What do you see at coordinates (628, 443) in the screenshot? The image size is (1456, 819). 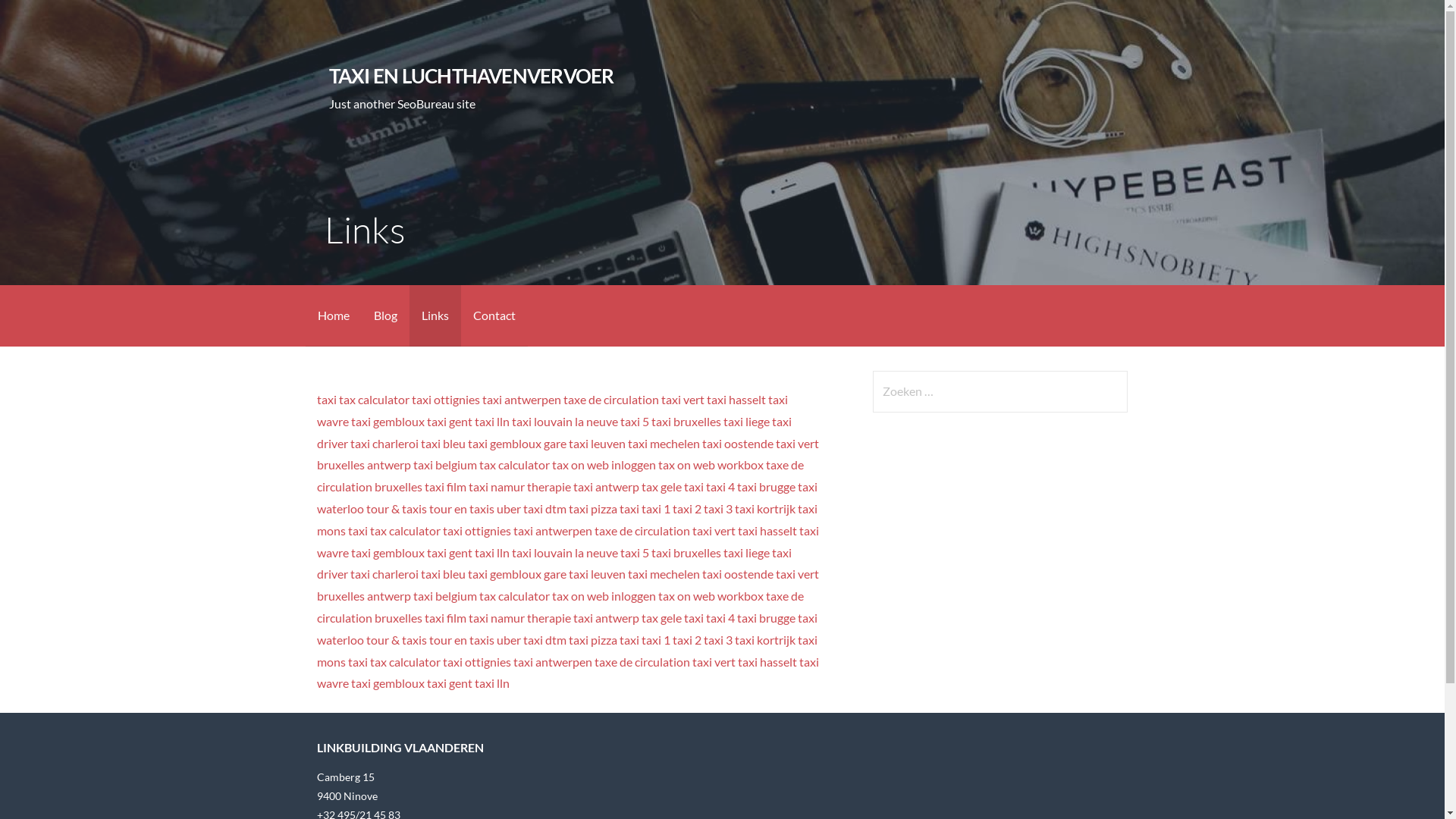 I see `'taxi mechelen'` at bounding box center [628, 443].